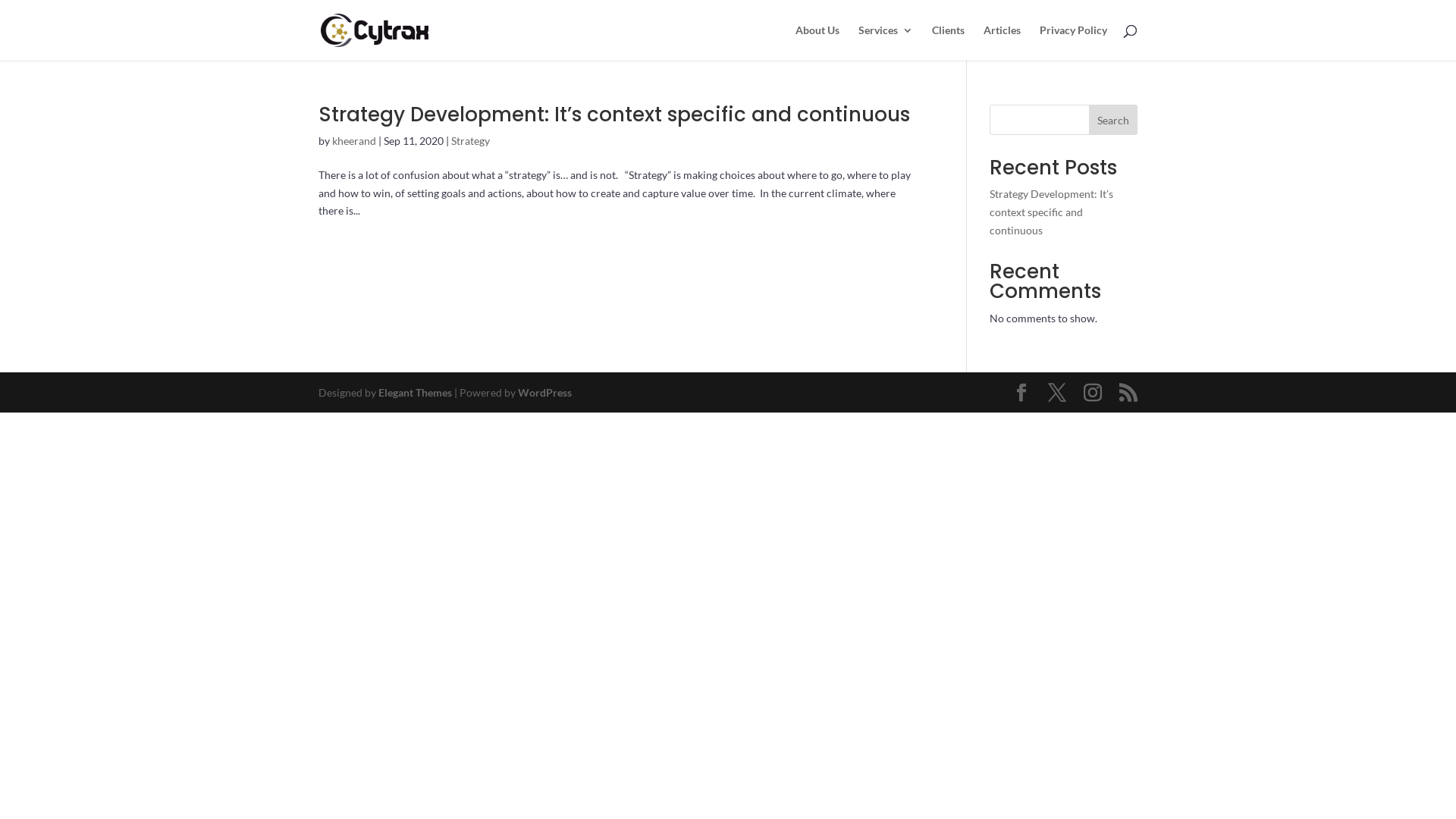  What do you see at coordinates (1113, 119) in the screenshot?
I see `'Search'` at bounding box center [1113, 119].